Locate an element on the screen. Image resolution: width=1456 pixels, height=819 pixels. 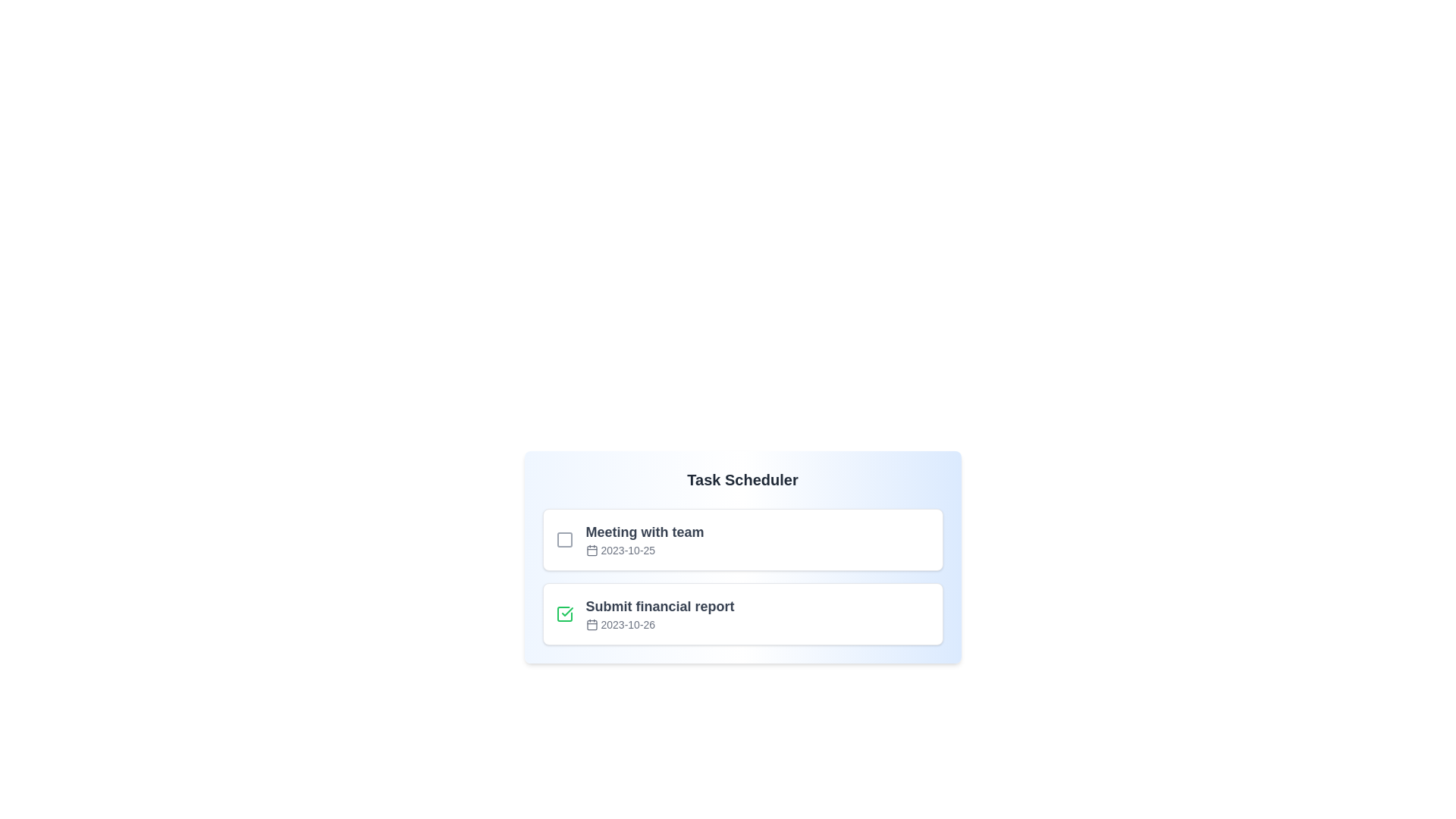
the small square icon with rounded corners that is part of the task 'Meeting with Team' in the task scheduler interface is located at coordinates (563, 539).